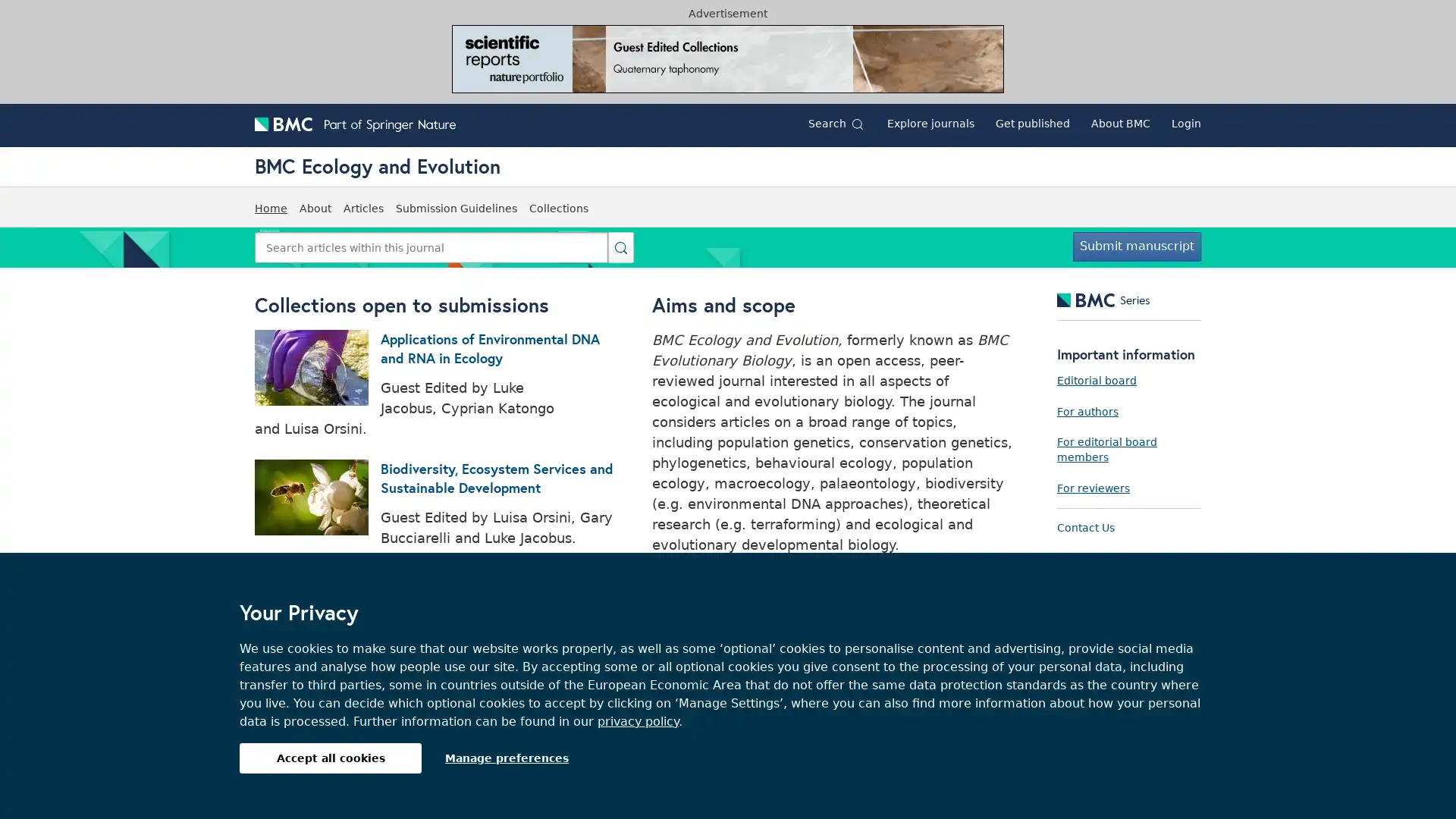  Describe the element at coordinates (621, 246) in the screenshot. I see `Search` at that location.